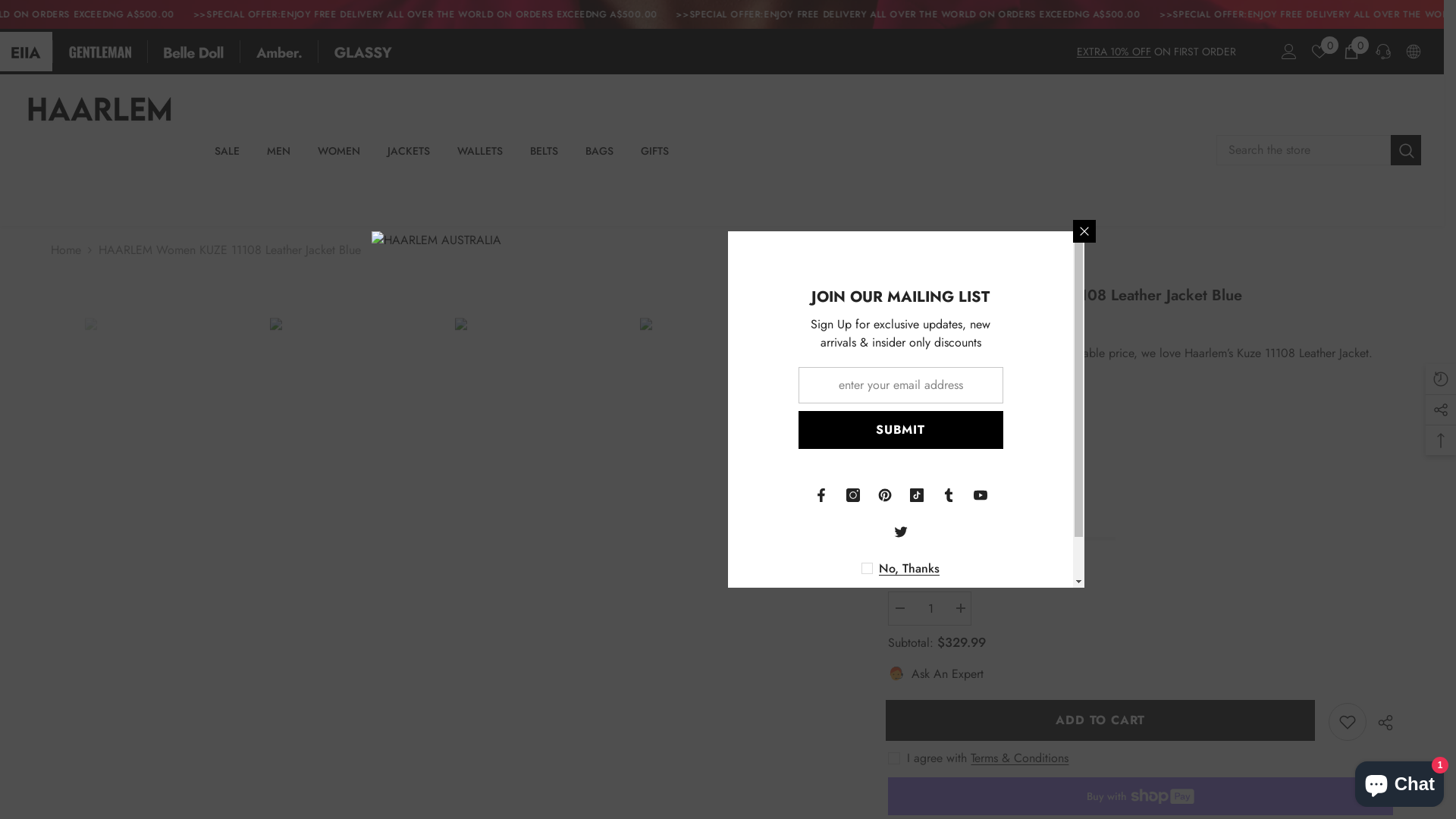  Describe the element at coordinates (278, 157) in the screenshot. I see `'MEN'` at that location.